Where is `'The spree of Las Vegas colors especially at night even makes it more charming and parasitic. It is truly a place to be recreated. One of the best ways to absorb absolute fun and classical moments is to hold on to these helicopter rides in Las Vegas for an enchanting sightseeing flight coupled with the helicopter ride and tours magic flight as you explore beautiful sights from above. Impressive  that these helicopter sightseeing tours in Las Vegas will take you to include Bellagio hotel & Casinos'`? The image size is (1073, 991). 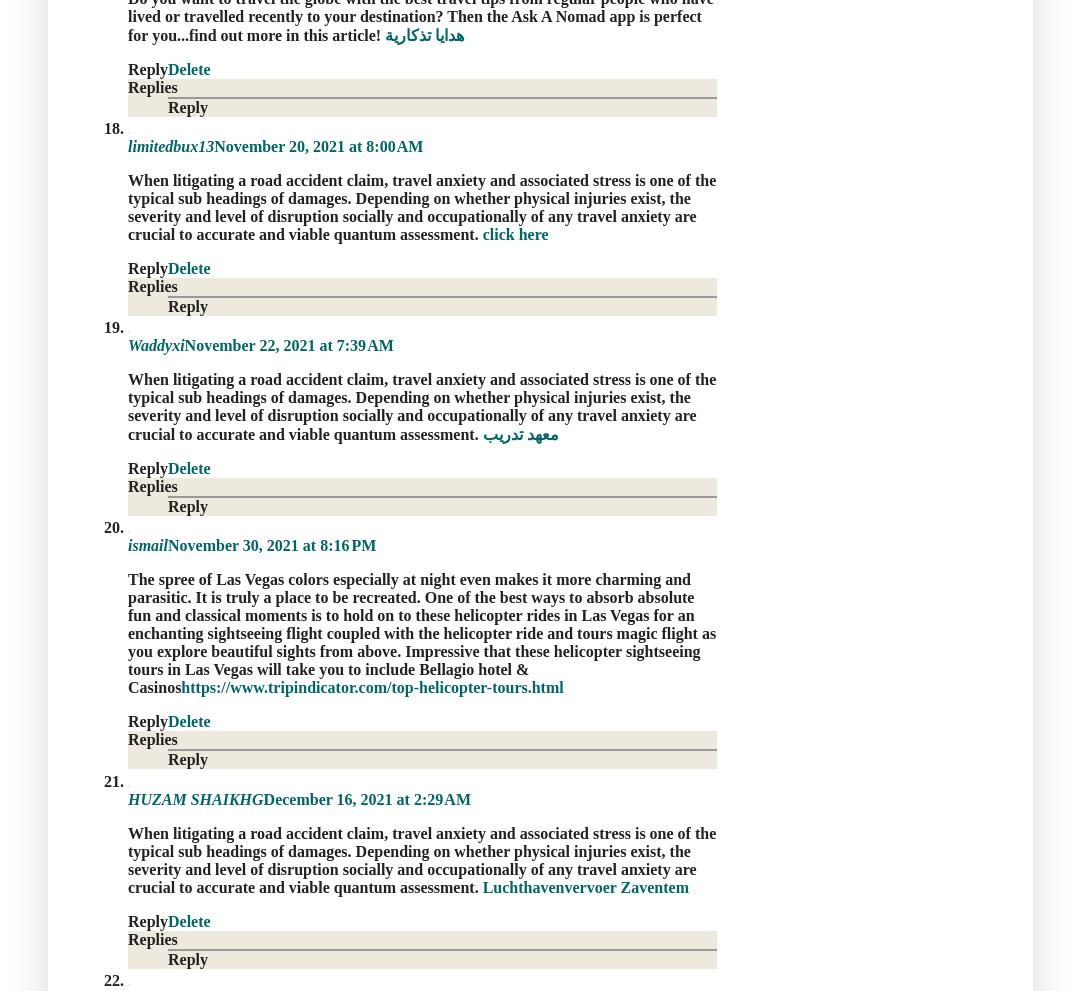 'The spree of Las Vegas colors especially at night even makes it more charming and parasitic. It is truly a place to be recreated. One of the best ways to absorb absolute fun and classical moments is to hold on to these helicopter rides in Las Vegas for an enchanting sightseeing flight coupled with the helicopter ride and tours magic flight as you explore beautiful sights from above. Impressive  that these helicopter sightseeing tours in Las Vegas will take you to include Bellagio hotel & Casinos' is located at coordinates (422, 632).